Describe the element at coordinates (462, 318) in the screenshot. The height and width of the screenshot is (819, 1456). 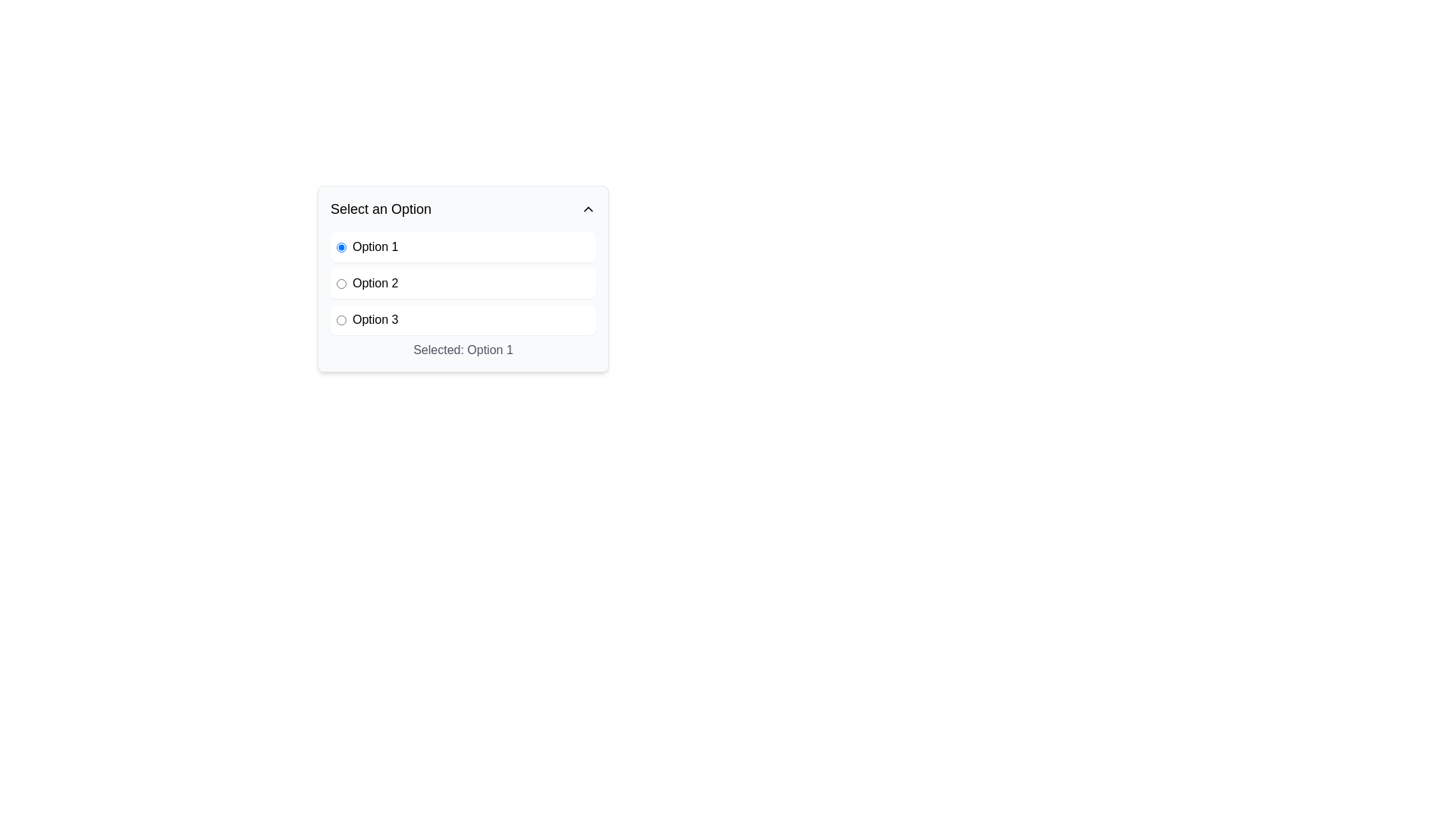
I see `the 'Option 3' radio button` at that location.